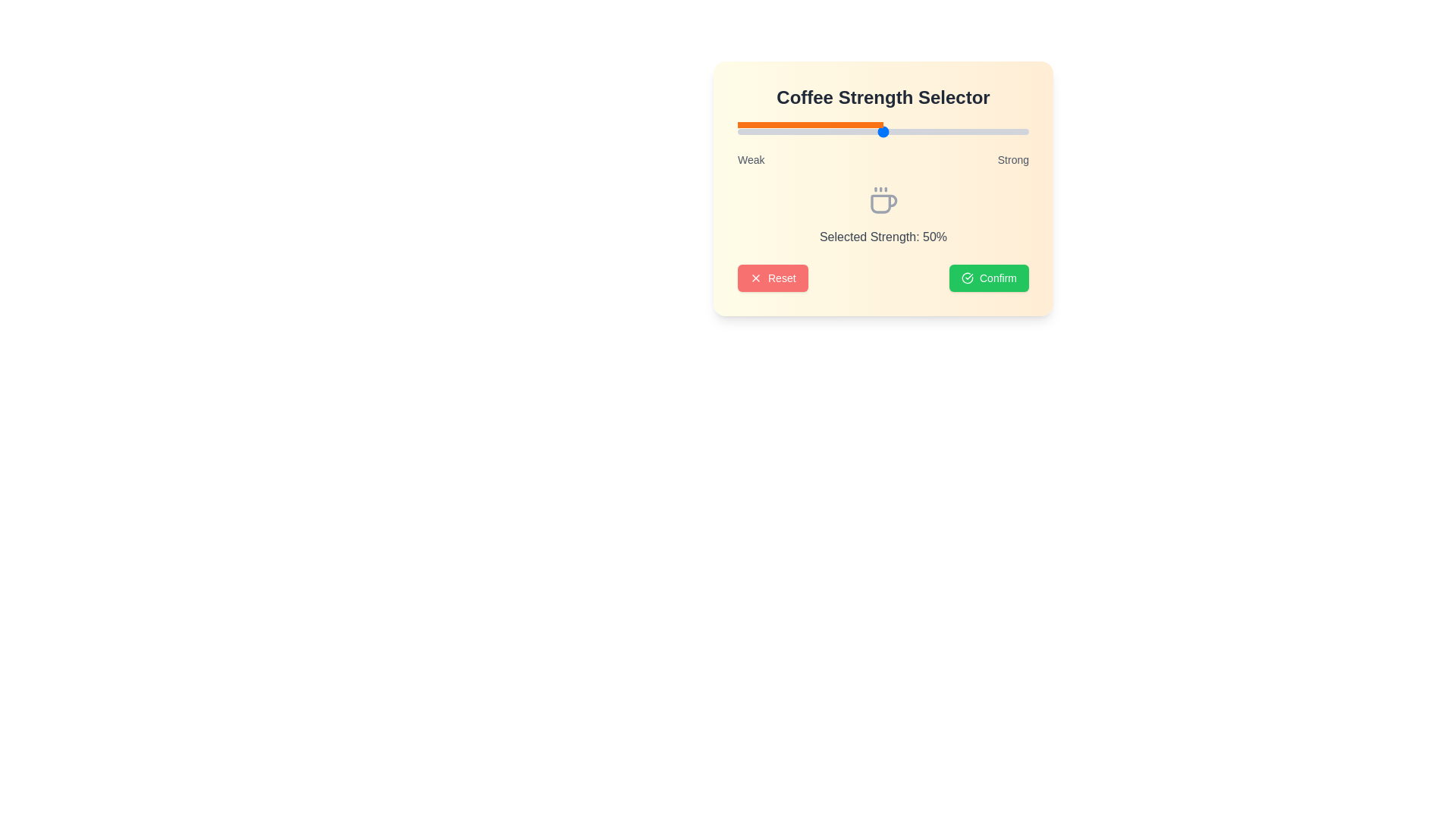  Describe the element at coordinates (883, 130) in the screenshot. I see `the thumb control of the Range slider in the 'Coffee Strength Selector' interface` at that location.